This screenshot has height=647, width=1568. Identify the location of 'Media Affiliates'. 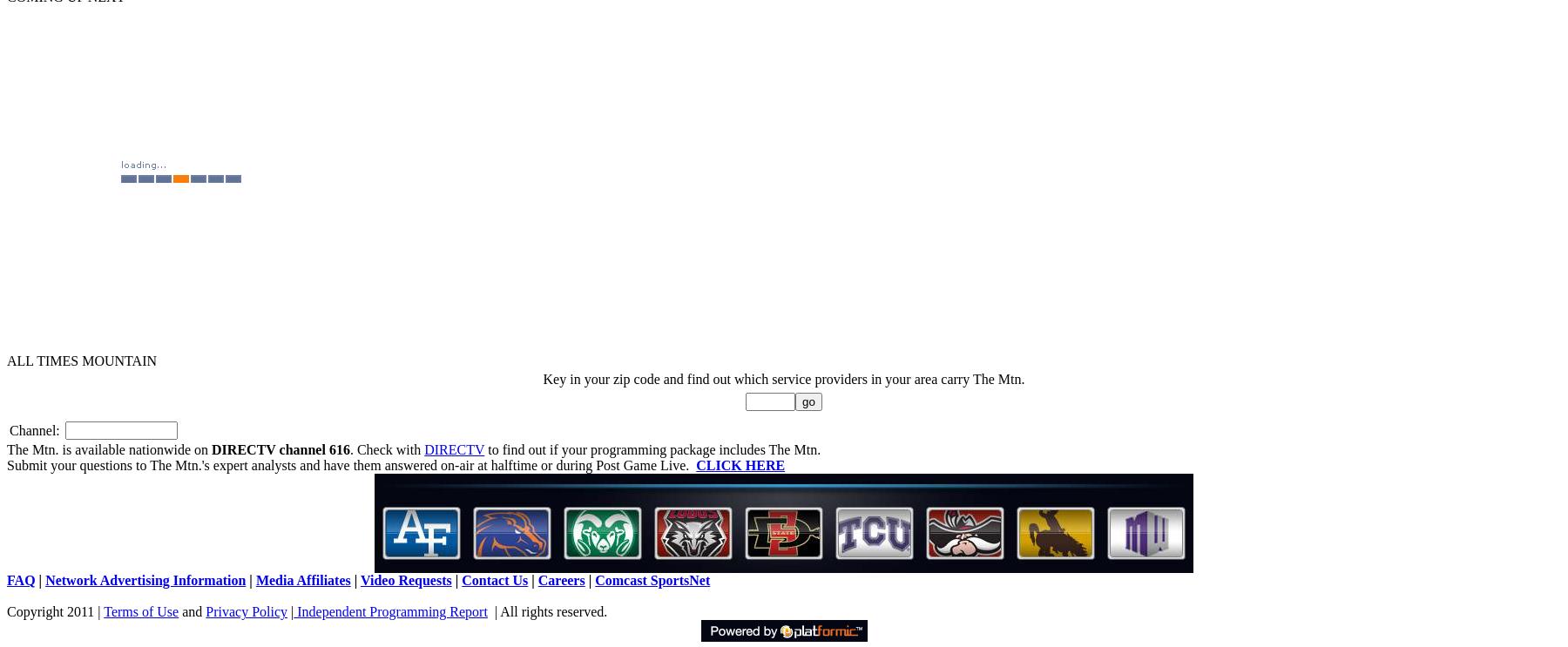
(254, 579).